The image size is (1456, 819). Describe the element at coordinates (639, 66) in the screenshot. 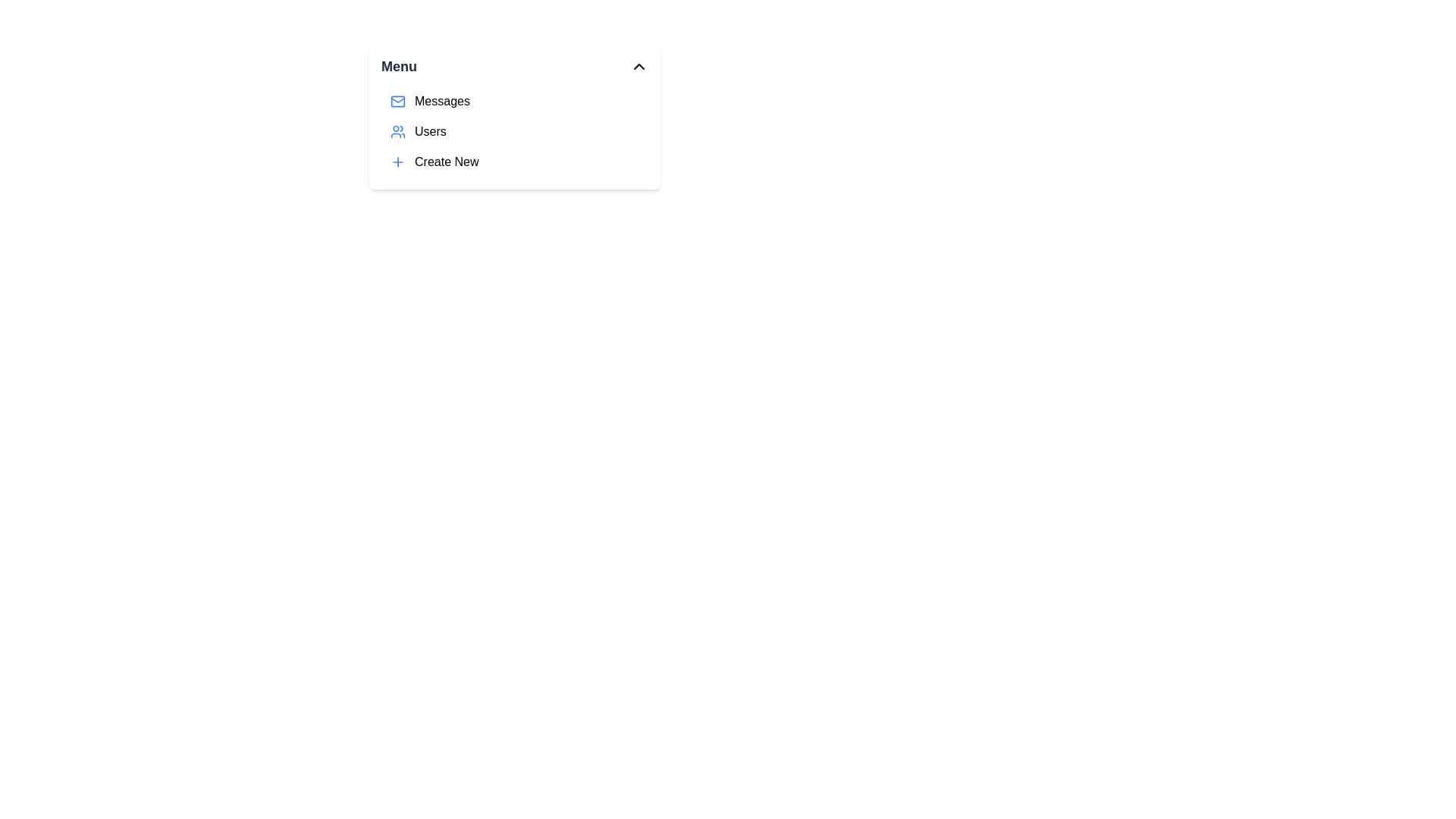

I see `the Chevron Down icon located to the right of the 'Menu' text` at that location.